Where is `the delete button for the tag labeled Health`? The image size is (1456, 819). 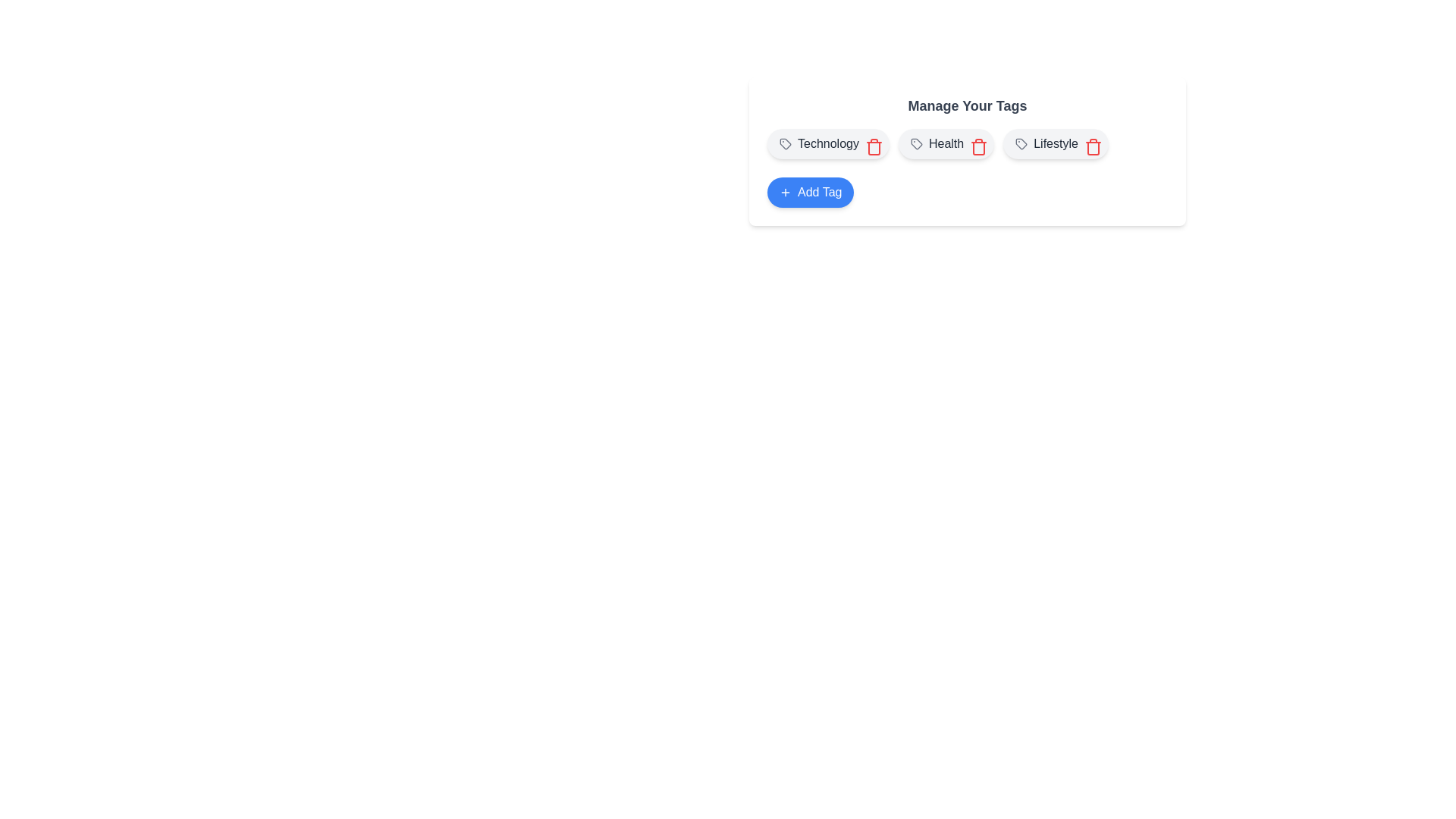
the delete button for the tag labeled Health is located at coordinates (976, 143).